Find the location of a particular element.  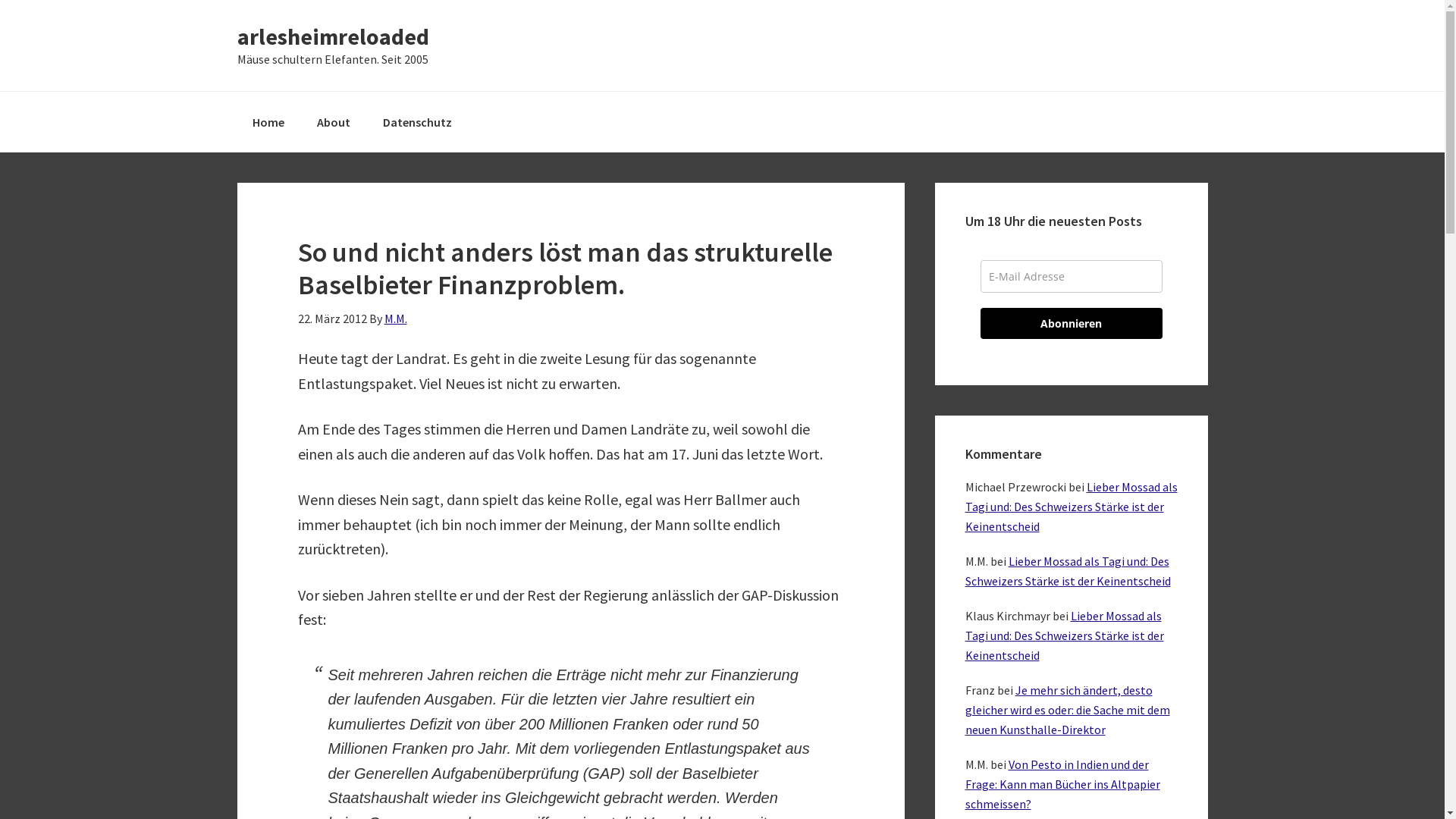

'Home' is located at coordinates (236, 121).